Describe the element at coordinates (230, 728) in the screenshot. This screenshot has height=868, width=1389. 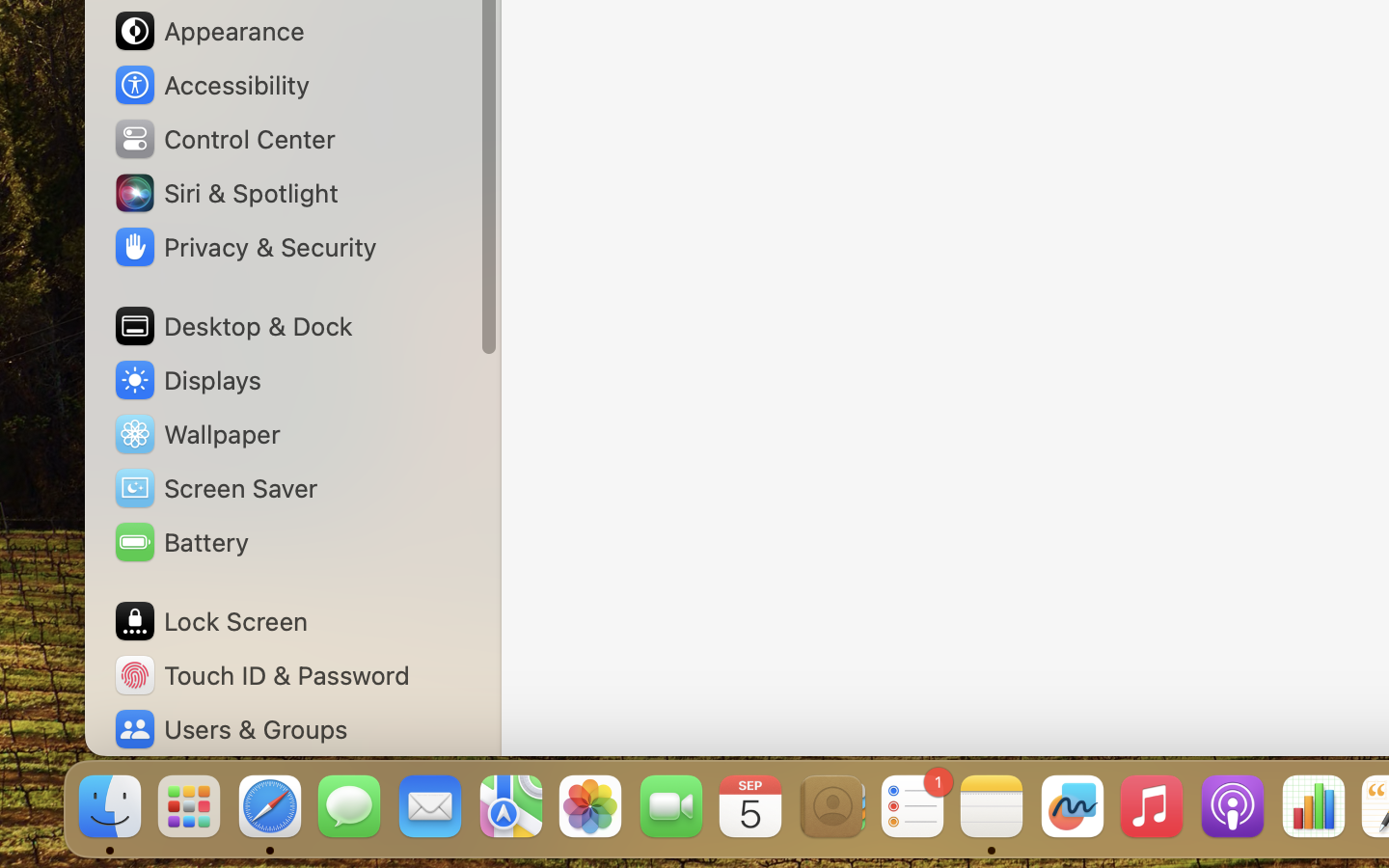
I see `'Users & Groups'` at that location.